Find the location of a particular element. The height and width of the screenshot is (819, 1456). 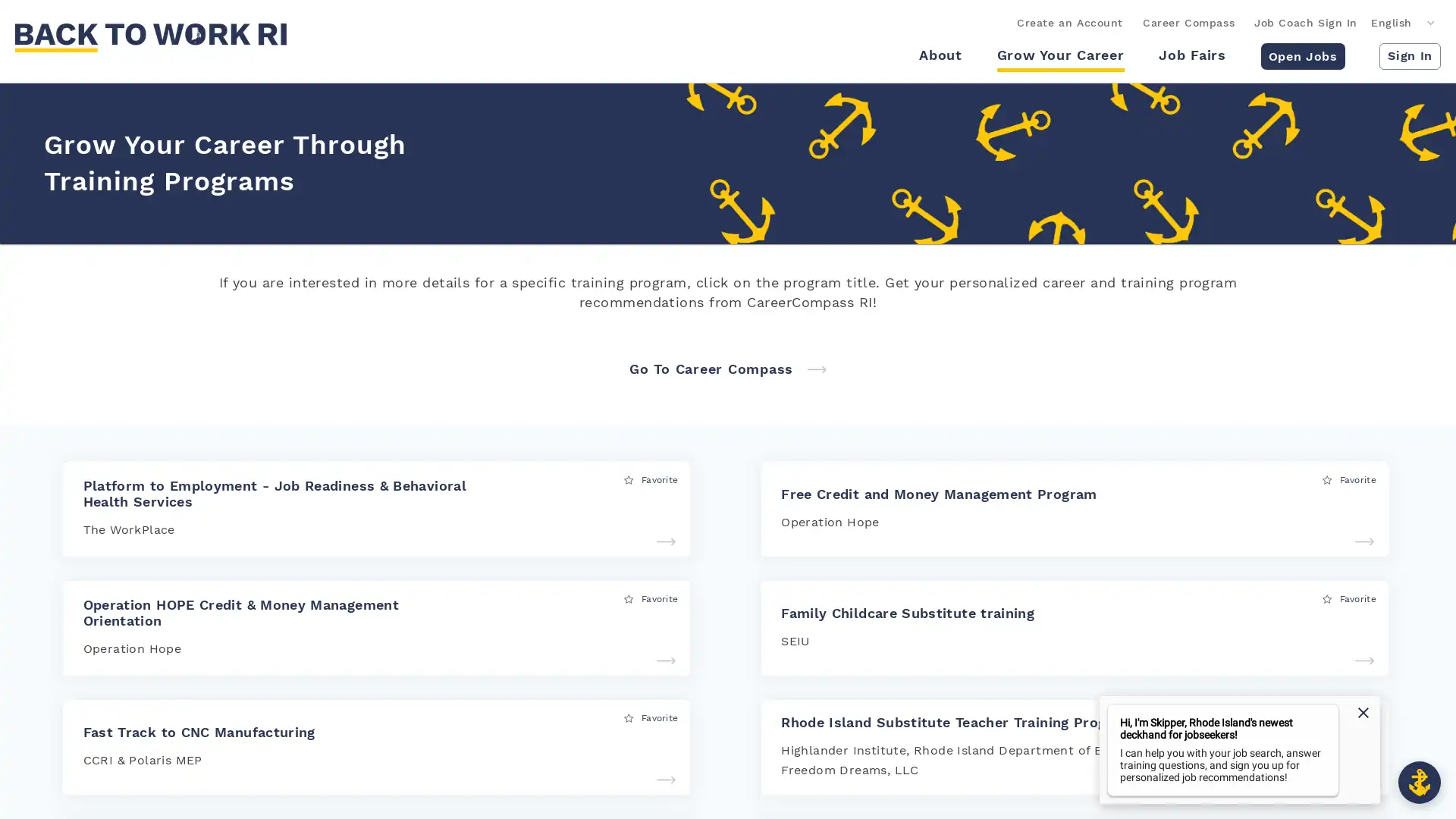

not favorite Favorite is located at coordinates (651, 598).